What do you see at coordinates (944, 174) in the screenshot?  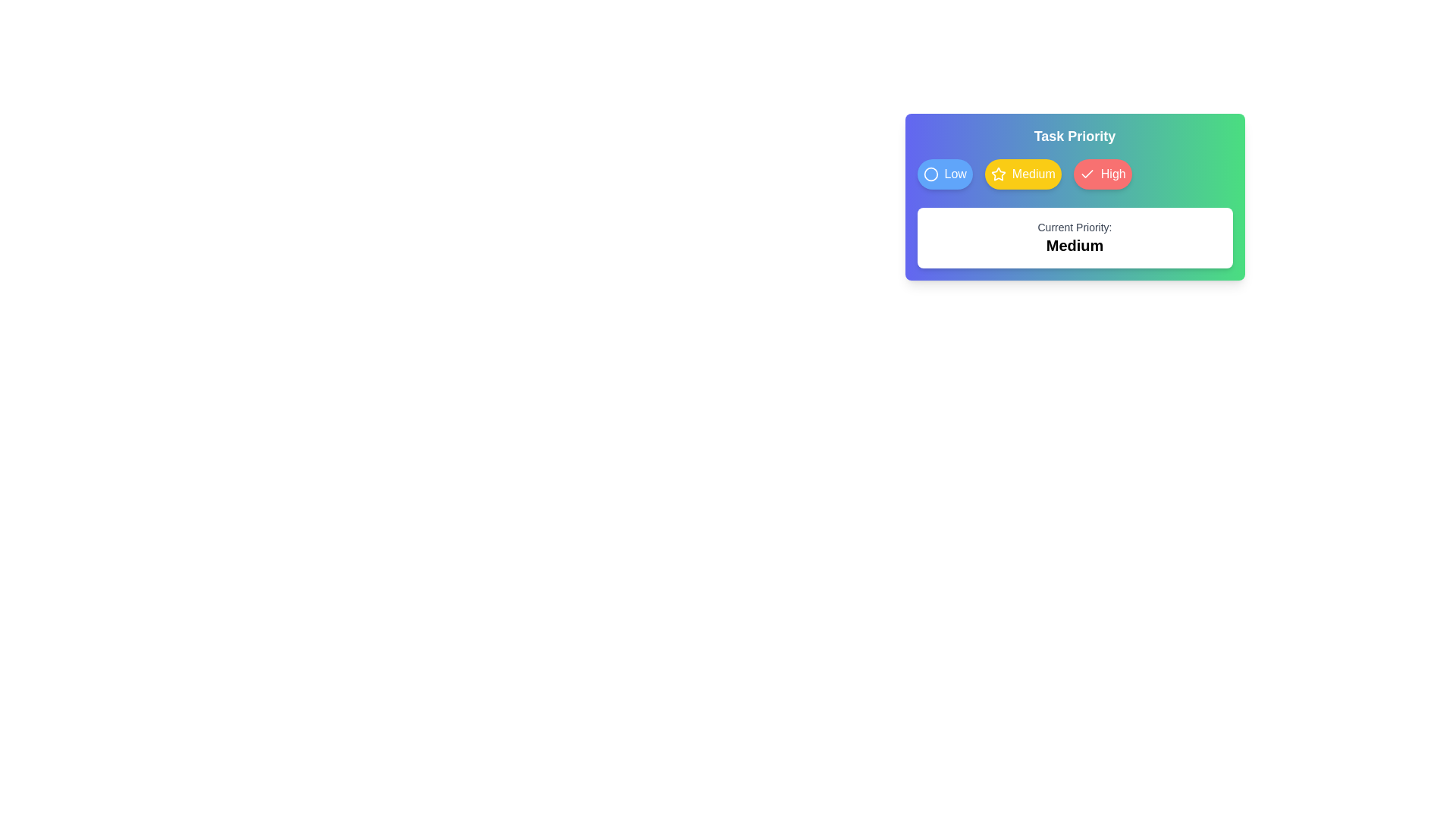 I see `the circular button labeled 'Low' with a light blue background to indicate focus` at bounding box center [944, 174].